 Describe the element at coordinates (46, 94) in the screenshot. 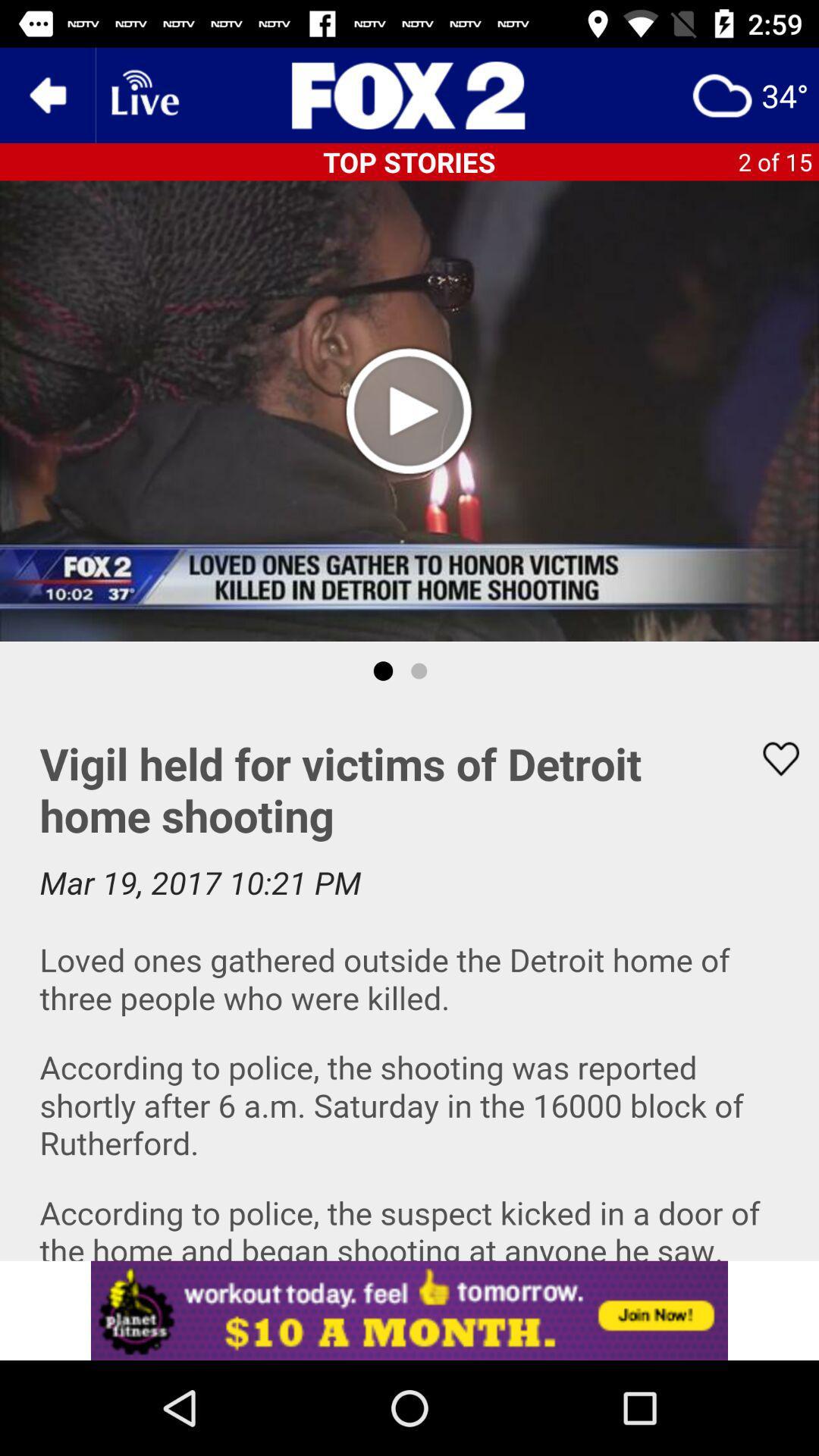

I see `the arrow_backward icon` at that location.